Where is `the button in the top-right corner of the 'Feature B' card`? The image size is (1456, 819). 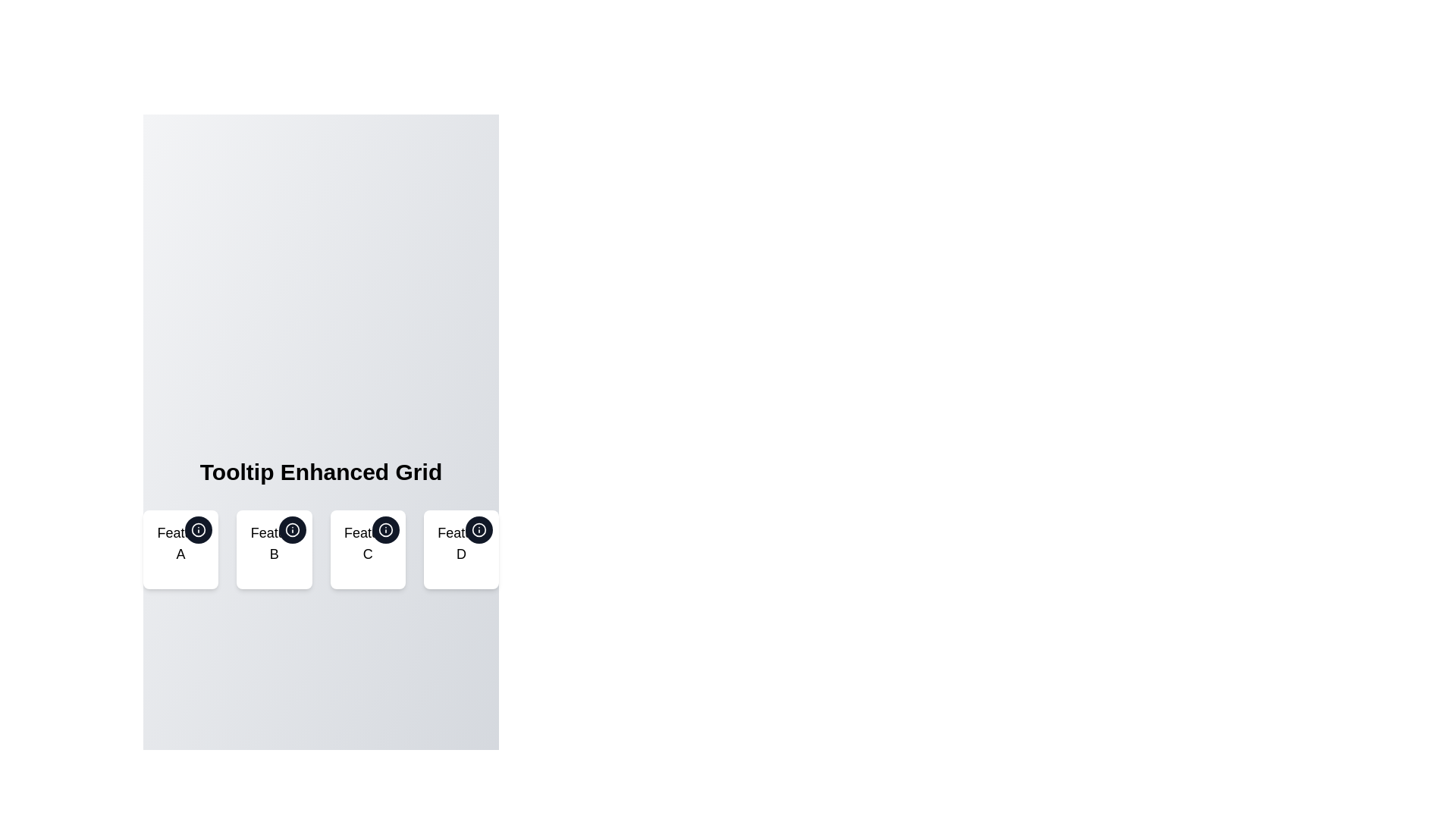
the button in the top-right corner of the 'Feature B' card is located at coordinates (292, 529).